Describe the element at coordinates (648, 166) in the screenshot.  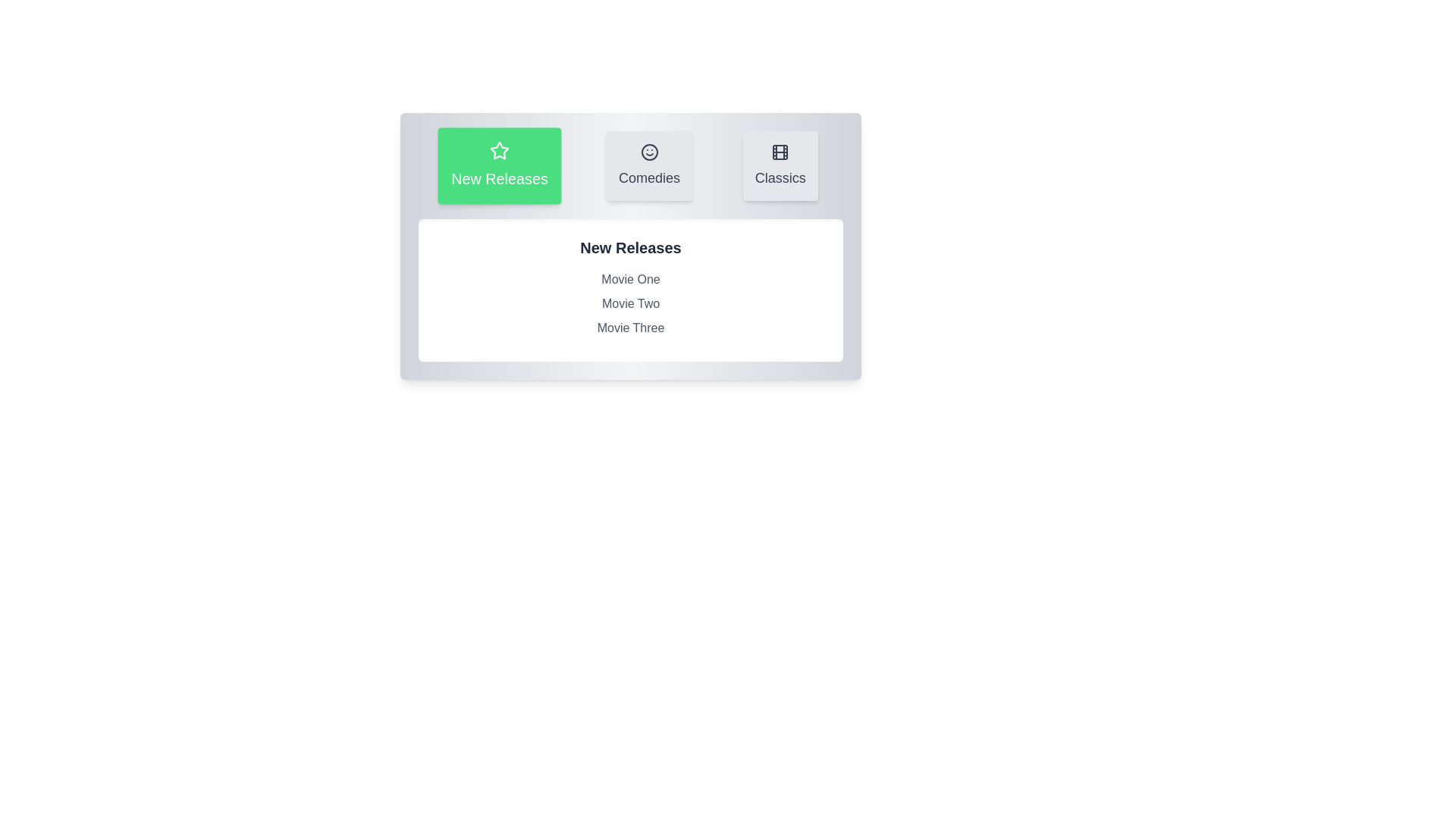
I see `the Comedies tab to observe its visual changes` at that location.